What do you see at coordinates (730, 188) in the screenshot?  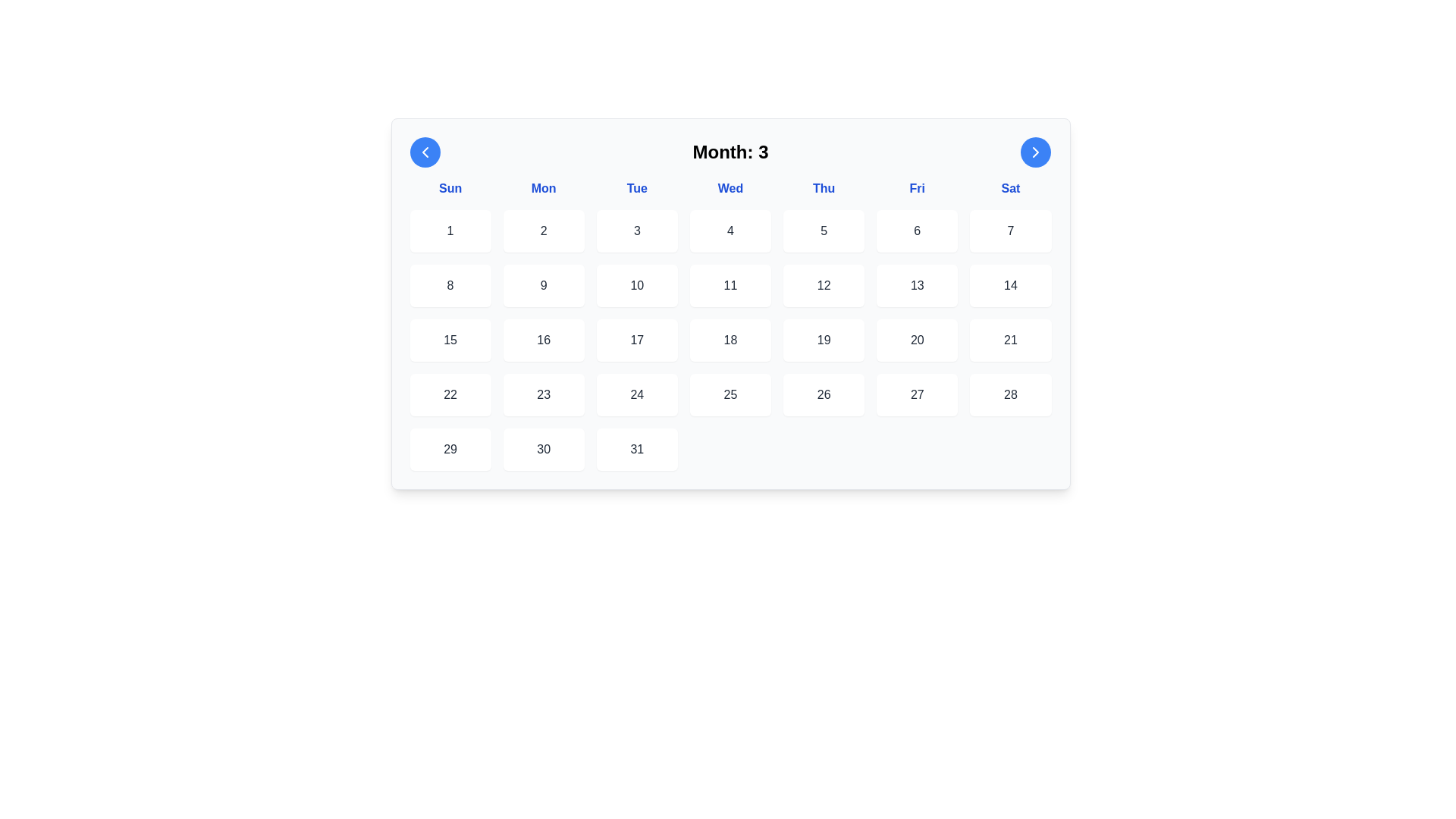 I see `the Label displaying the abbreviated day names ('Sun', 'Mon', 'Tue', 'Wed', 'Thu', 'Fri', 'Sat') which is styled with bold blue text and located beneath the current month header` at bounding box center [730, 188].